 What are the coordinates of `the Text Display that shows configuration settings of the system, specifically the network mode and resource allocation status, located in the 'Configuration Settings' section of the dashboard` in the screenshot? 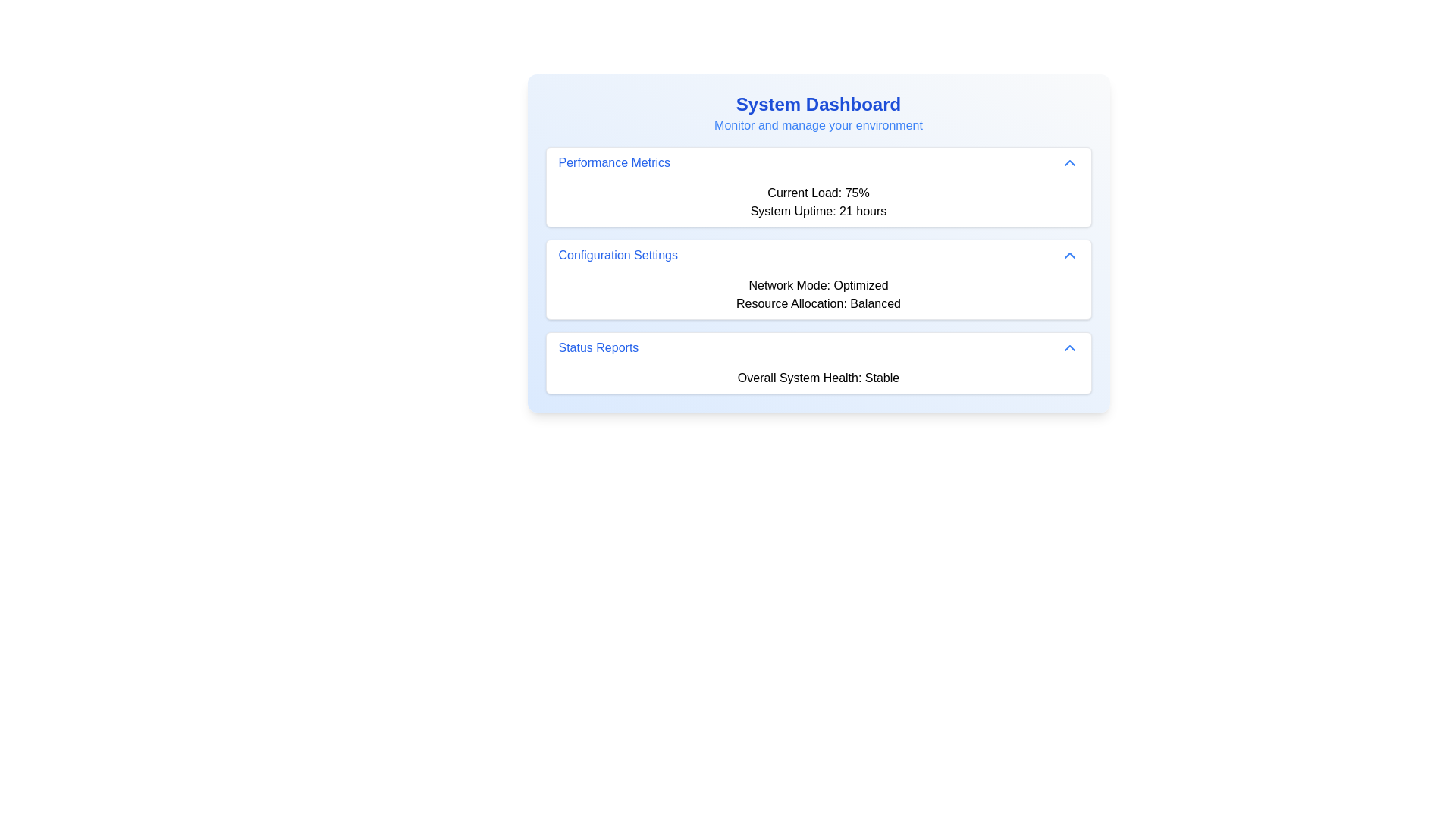 It's located at (817, 295).